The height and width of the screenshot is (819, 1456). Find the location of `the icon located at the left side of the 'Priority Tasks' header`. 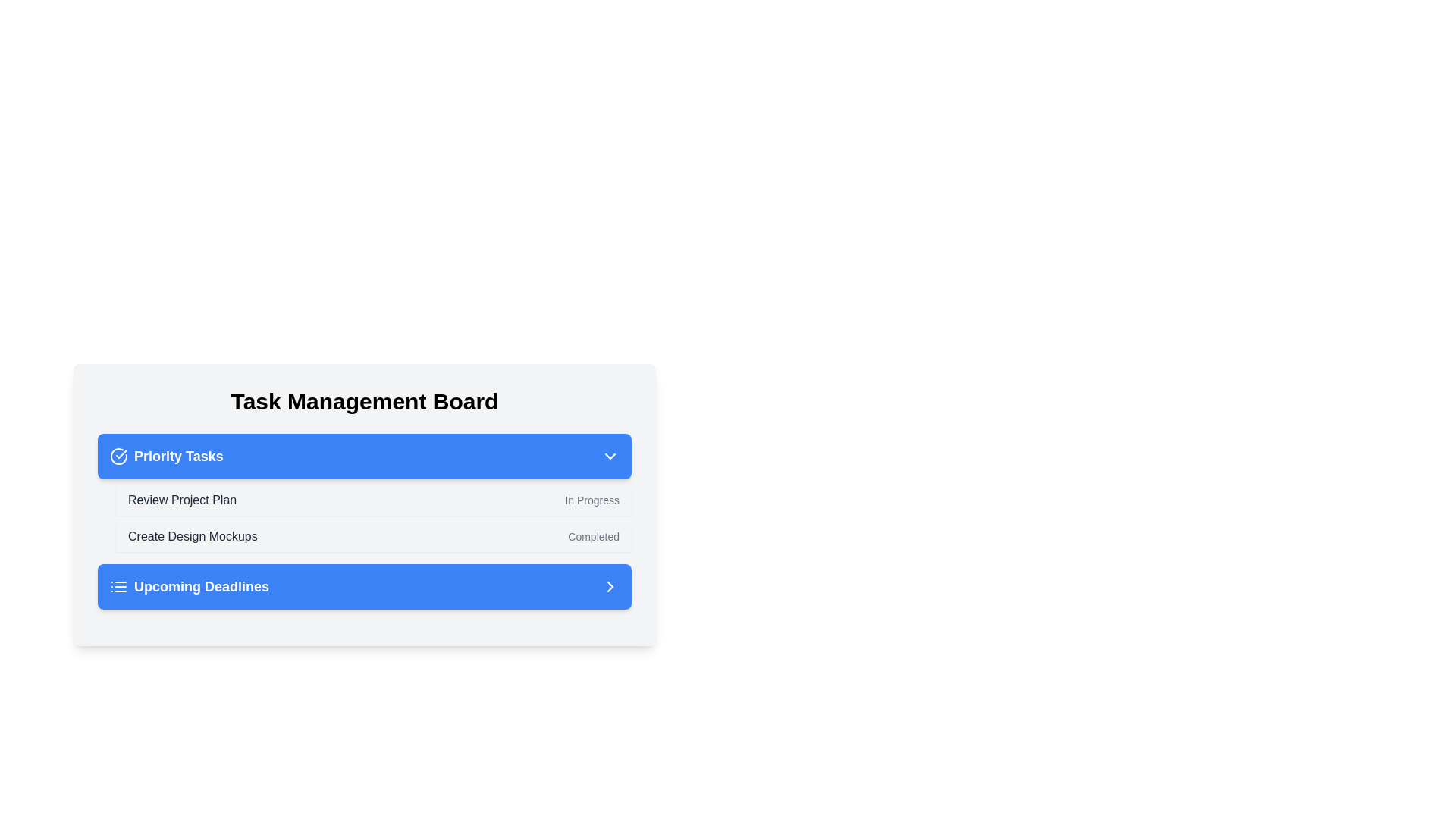

the icon located at the left side of the 'Priority Tasks' header is located at coordinates (118, 455).